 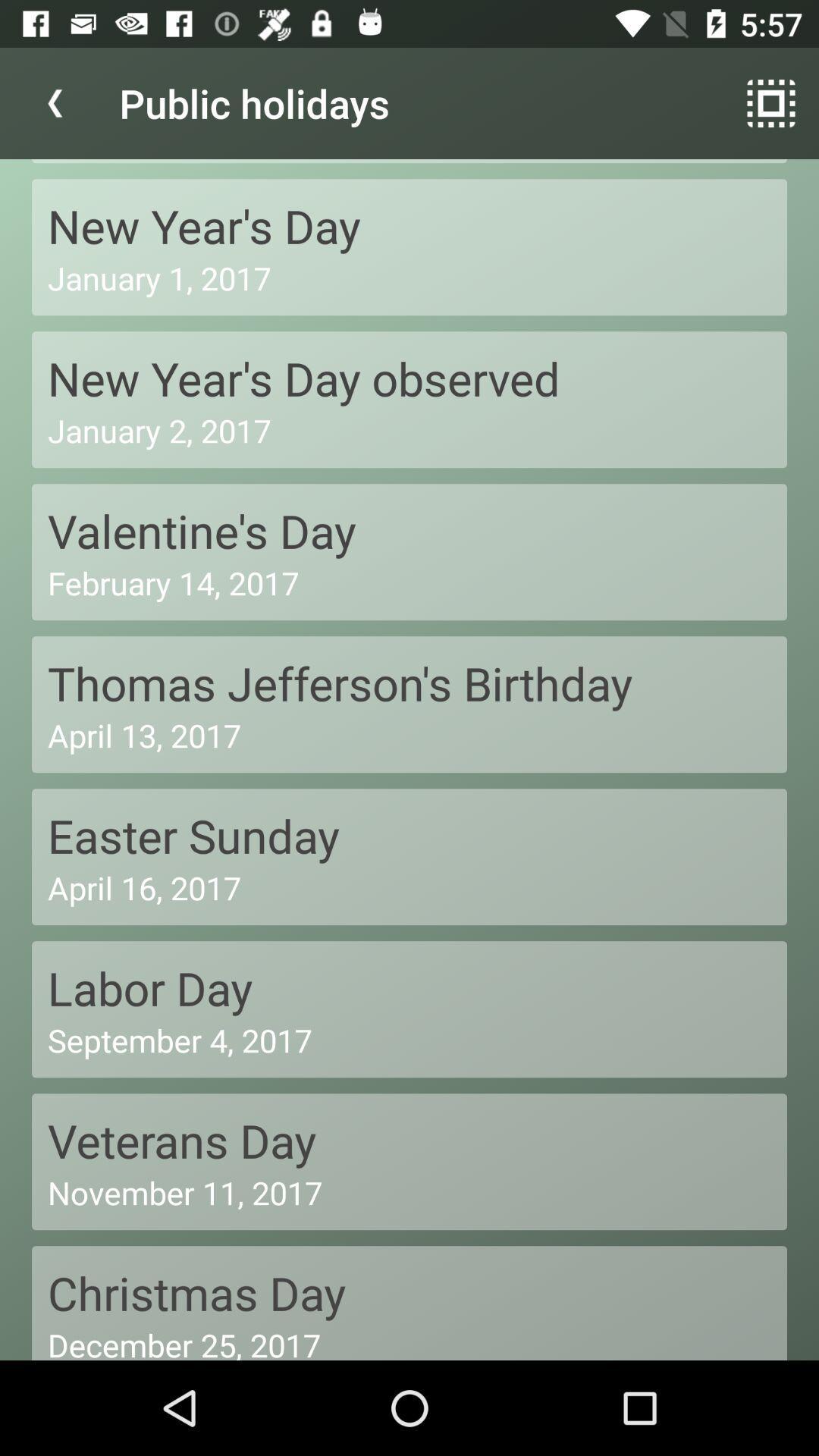 What do you see at coordinates (55, 102) in the screenshot?
I see `icon next to the public holidays app` at bounding box center [55, 102].